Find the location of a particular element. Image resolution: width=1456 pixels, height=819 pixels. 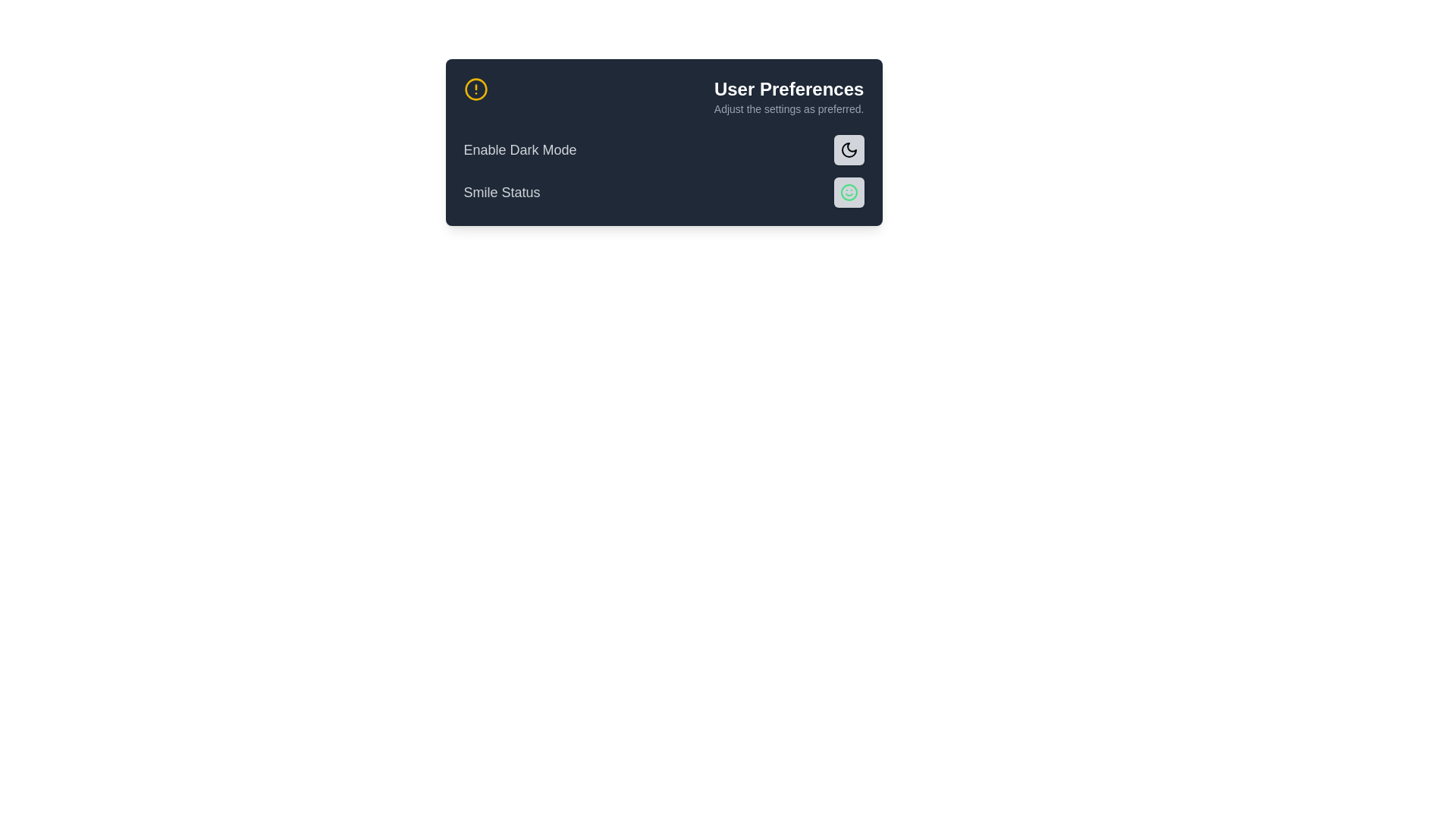

the crescent moon icon located in the top-right section of the modal is located at coordinates (848, 149).